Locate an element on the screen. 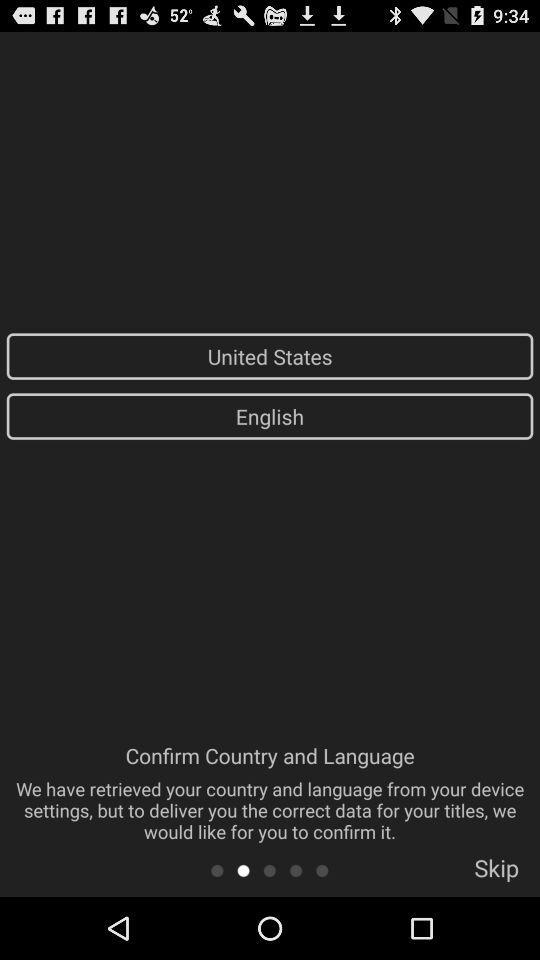 The image size is (540, 960). the icon above english icon is located at coordinates (270, 356).